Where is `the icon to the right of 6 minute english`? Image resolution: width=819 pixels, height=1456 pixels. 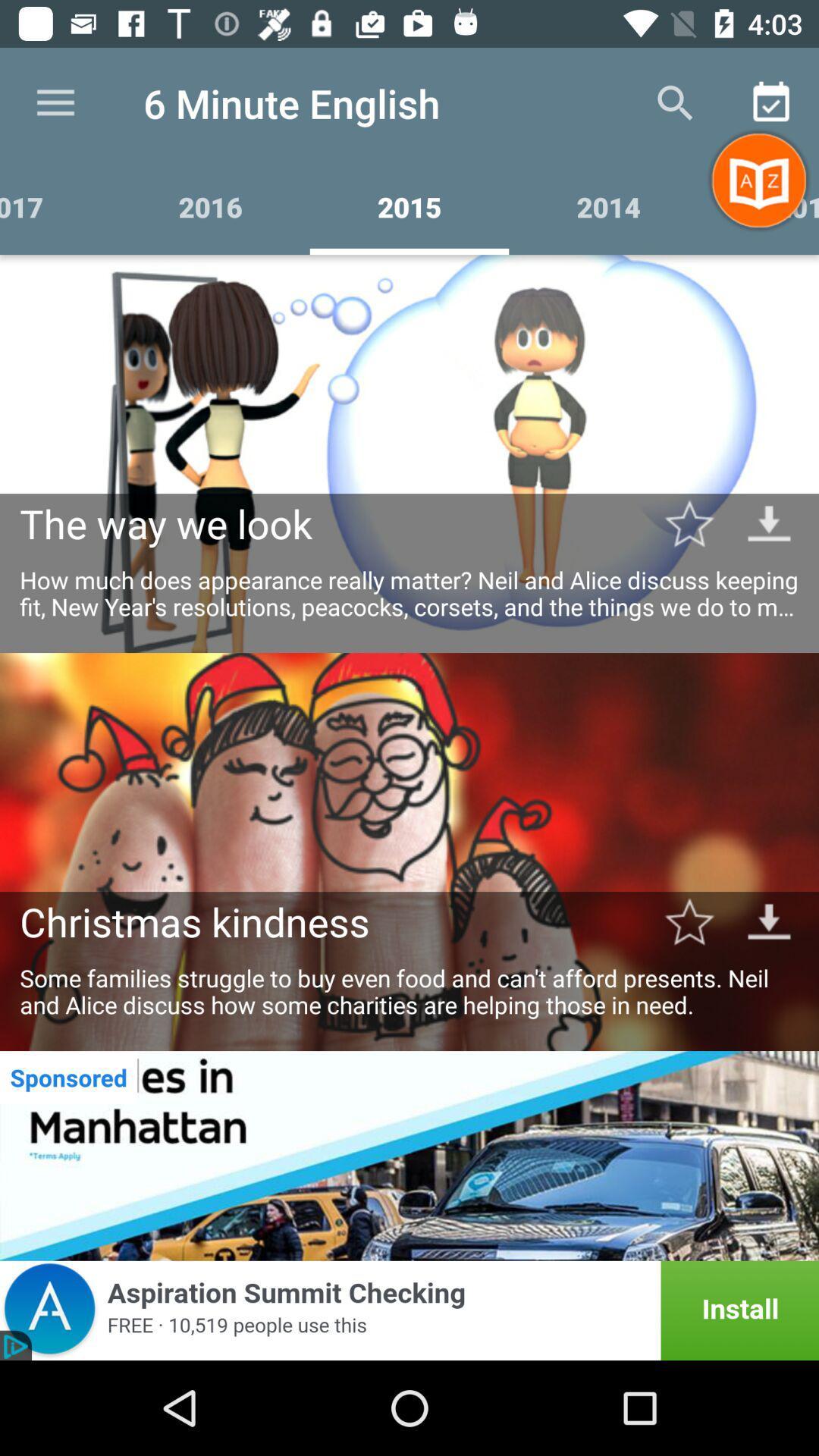 the icon to the right of 6 minute english is located at coordinates (675, 102).